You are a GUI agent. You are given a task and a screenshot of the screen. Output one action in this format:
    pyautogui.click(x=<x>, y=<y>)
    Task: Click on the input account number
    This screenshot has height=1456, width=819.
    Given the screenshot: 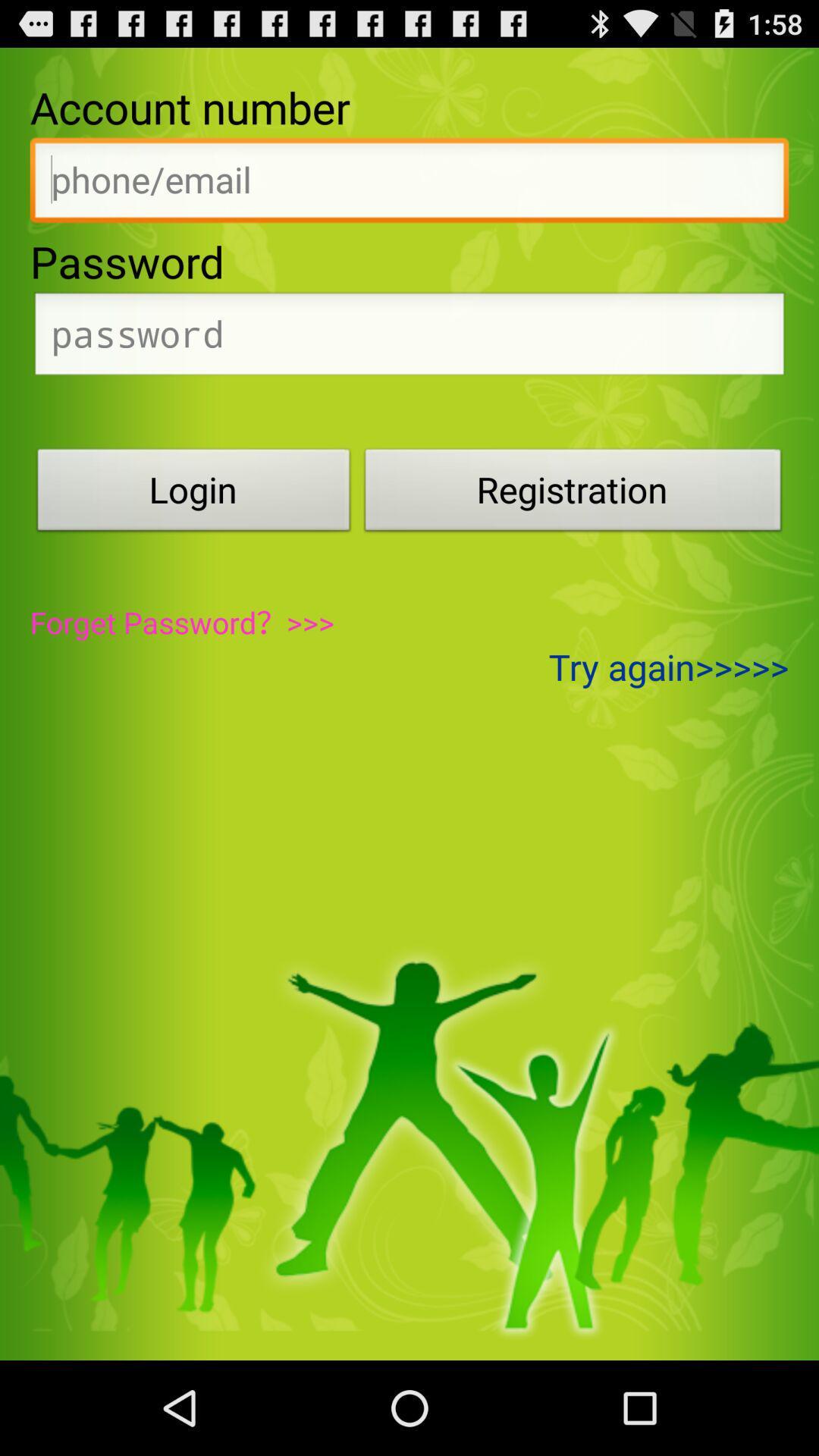 What is the action you would take?
    pyautogui.click(x=409, y=184)
    